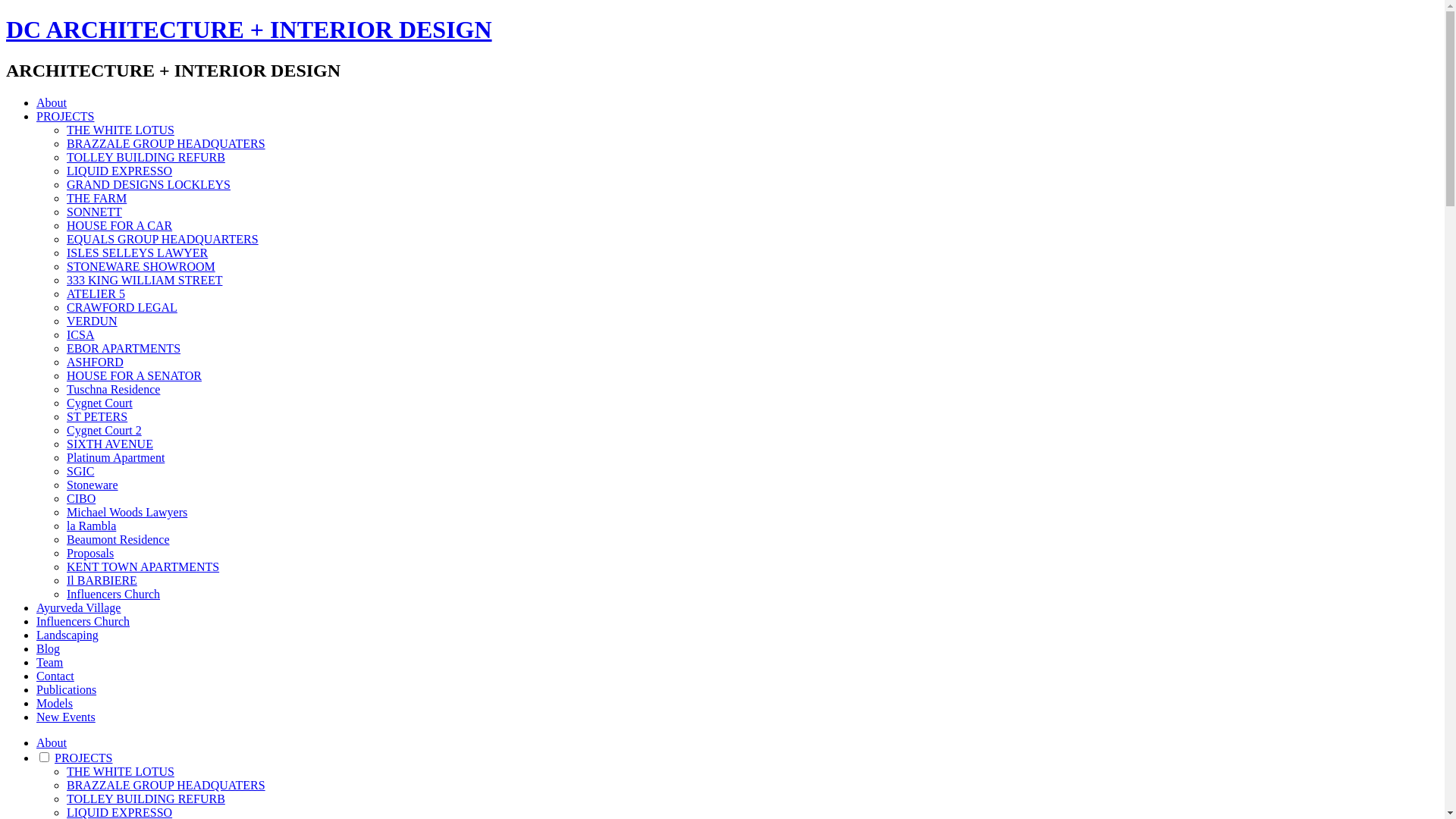 This screenshot has height=819, width=1456. I want to click on 'EBOR APARTMENTS', so click(124, 348).